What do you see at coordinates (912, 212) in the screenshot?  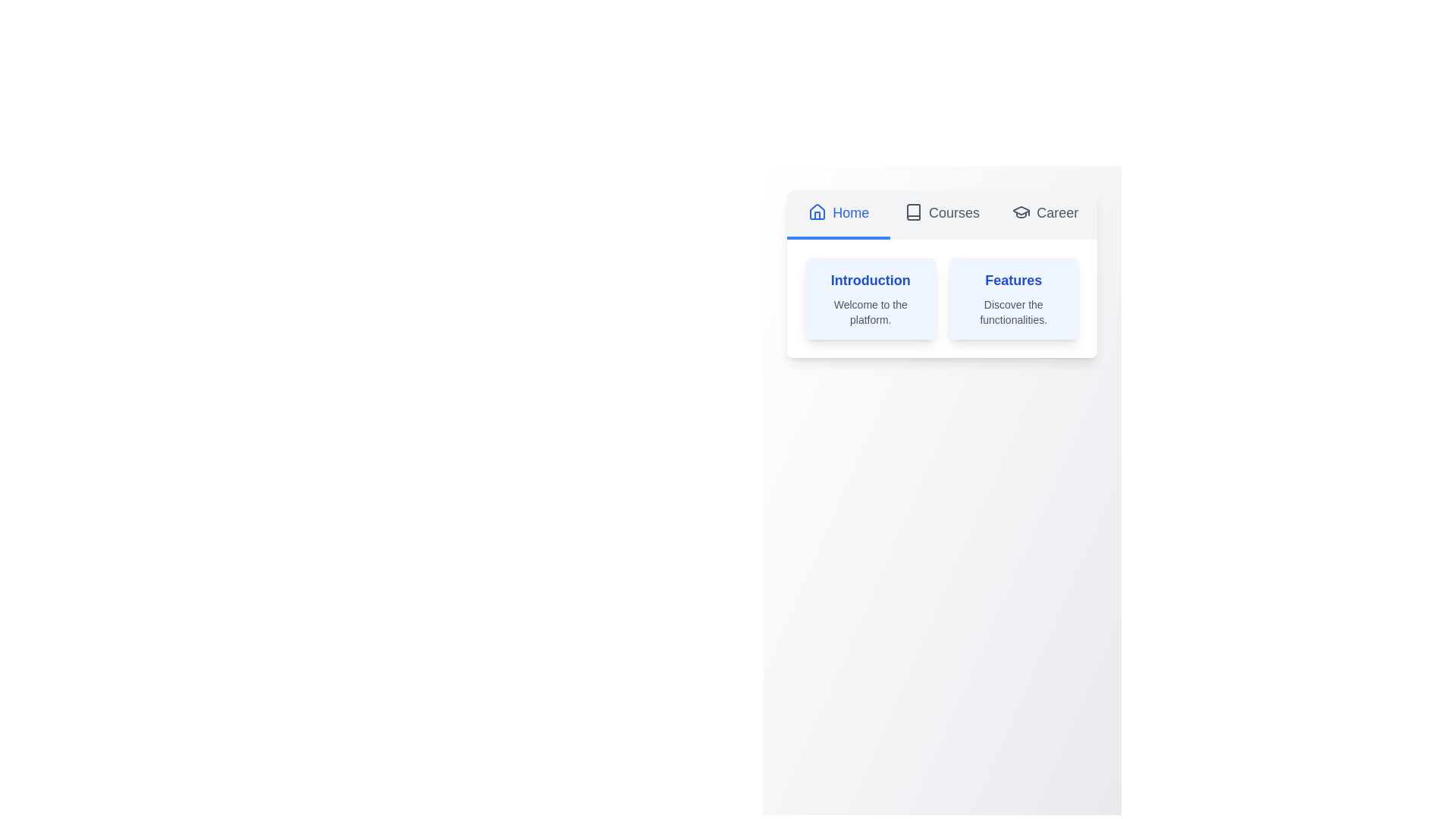 I see `the gray outline book icon located in the 'Courses' tab of the top navigation menu` at bounding box center [912, 212].